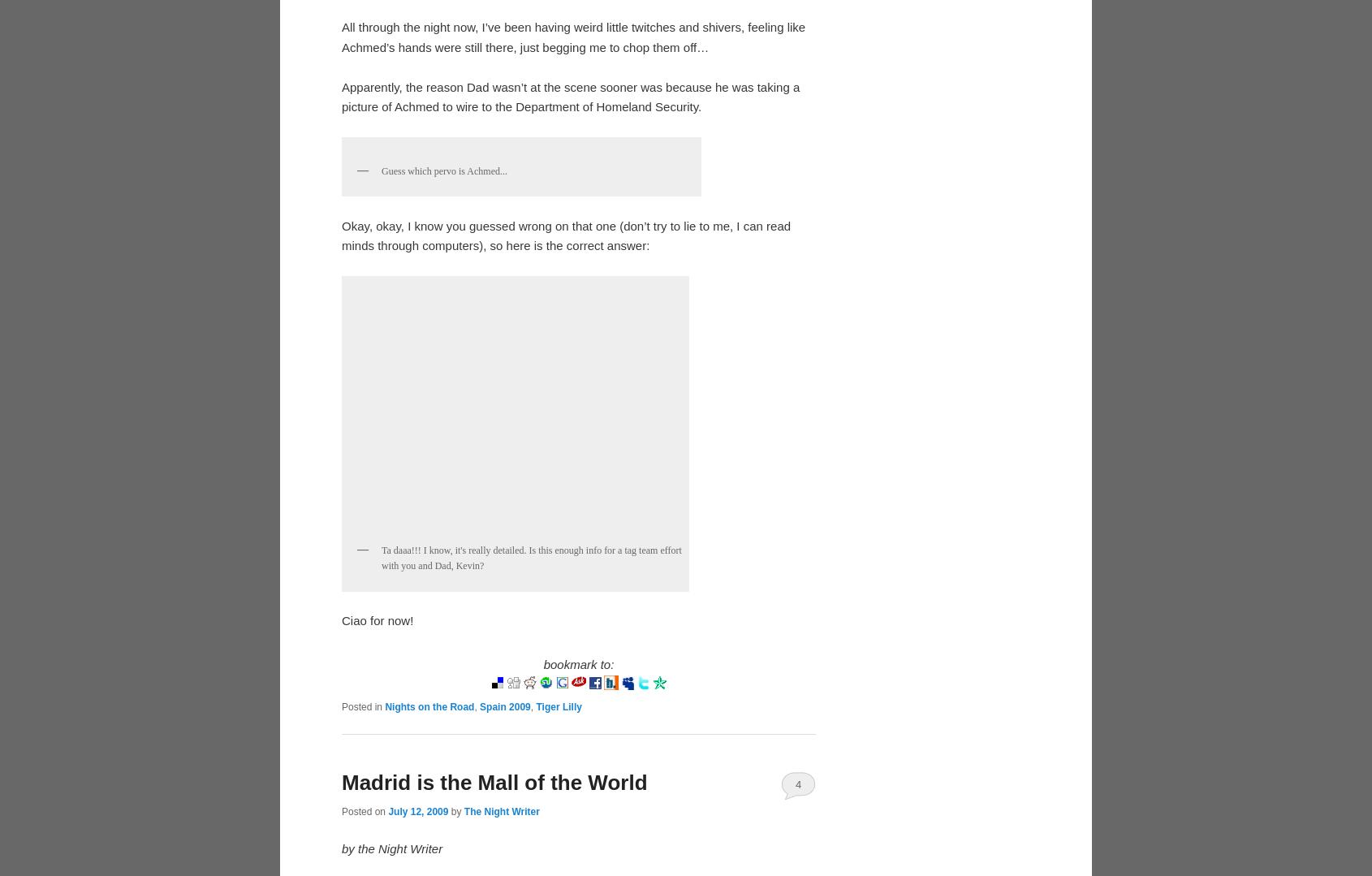 This screenshot has width=1372, height=876. What do you see at coordinates (340, 302) in the screenshot?
I see `'All through the night now, I’ve been having weird little twitches and shivers, feeling like Achmed’s hands were still there, just begging me to chop them off…'` at bounding box center [340, 302].